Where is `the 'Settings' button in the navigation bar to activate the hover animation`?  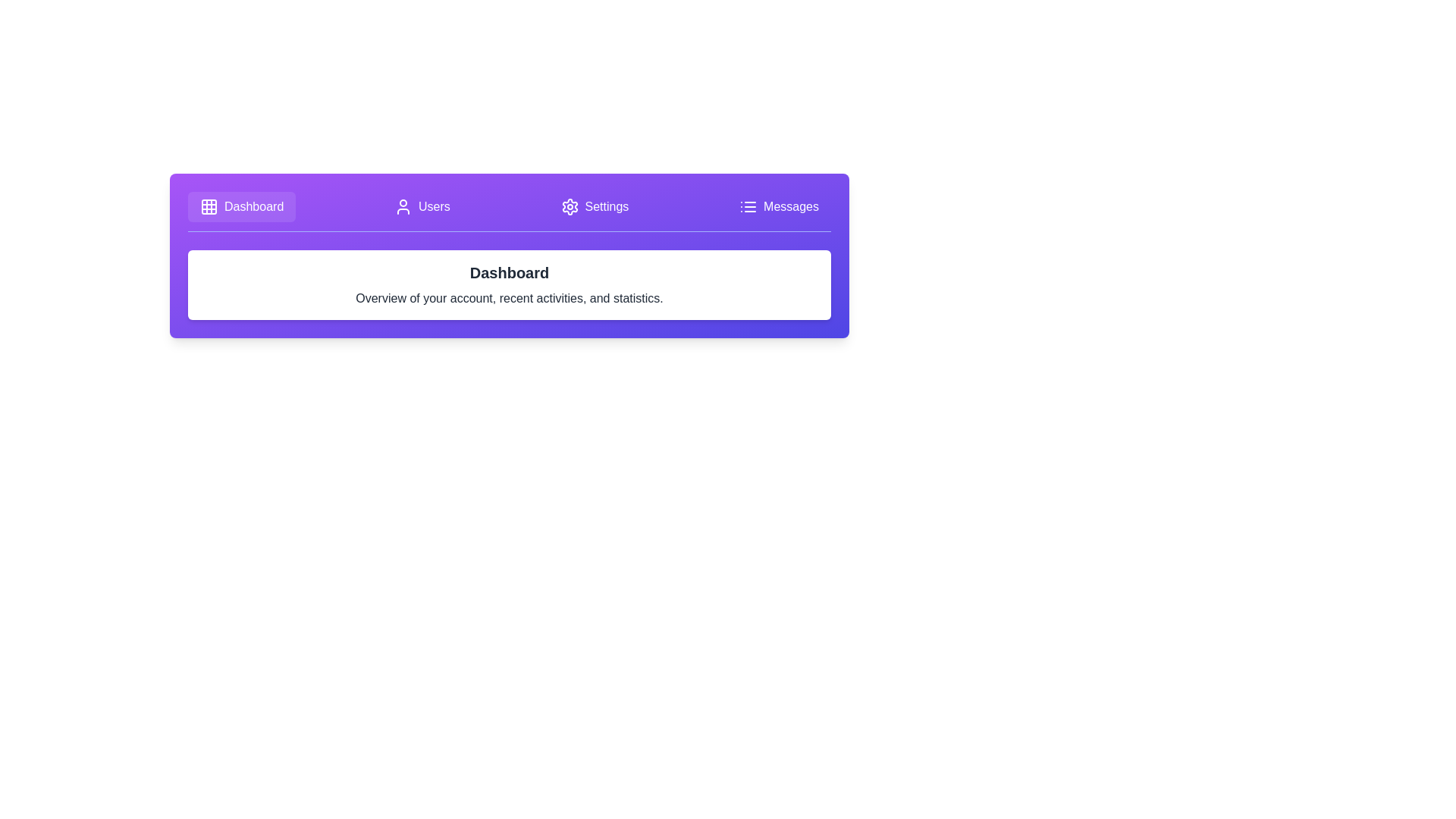 the 'Settings' button in the navigation bar to activate the hover animation is located at coordinates (594, 207).